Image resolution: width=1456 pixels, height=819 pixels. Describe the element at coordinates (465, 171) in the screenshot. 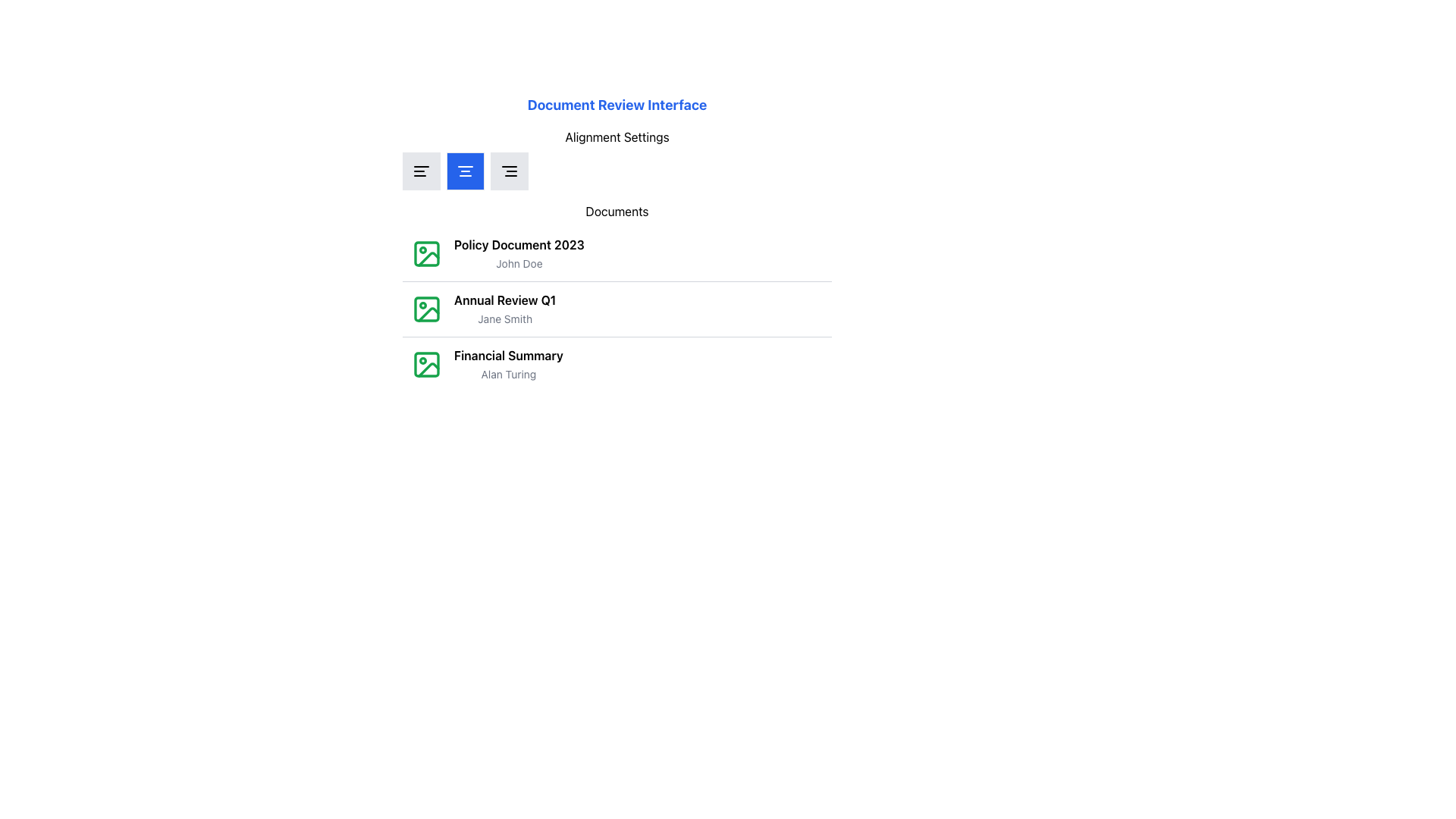

I see `the center alignment icon button, which is the middle blue icon among three alignment icons located at the top of the interface` at that location.